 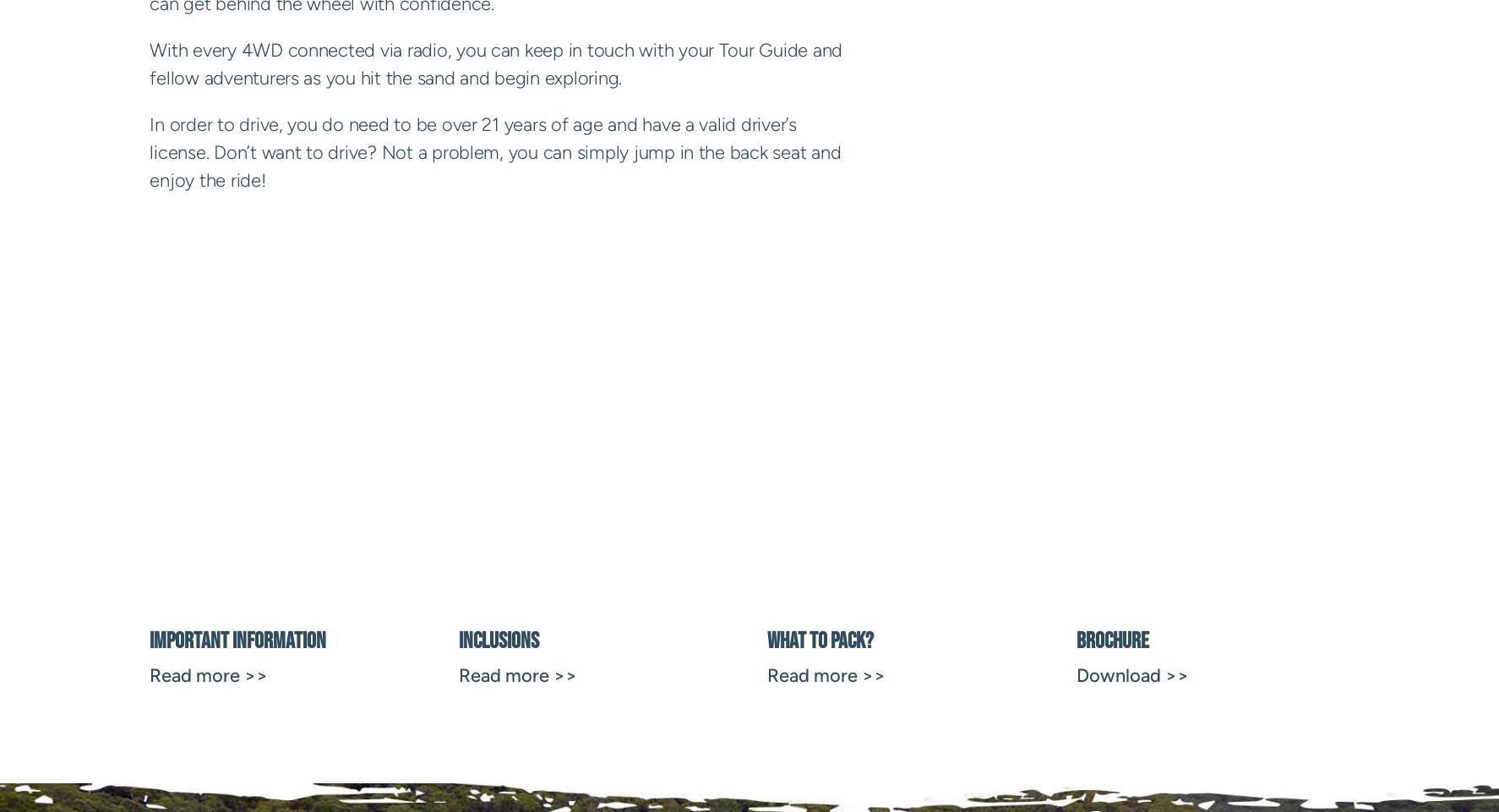 I want to click on 'What to pack?', so click(x=820, y=640).